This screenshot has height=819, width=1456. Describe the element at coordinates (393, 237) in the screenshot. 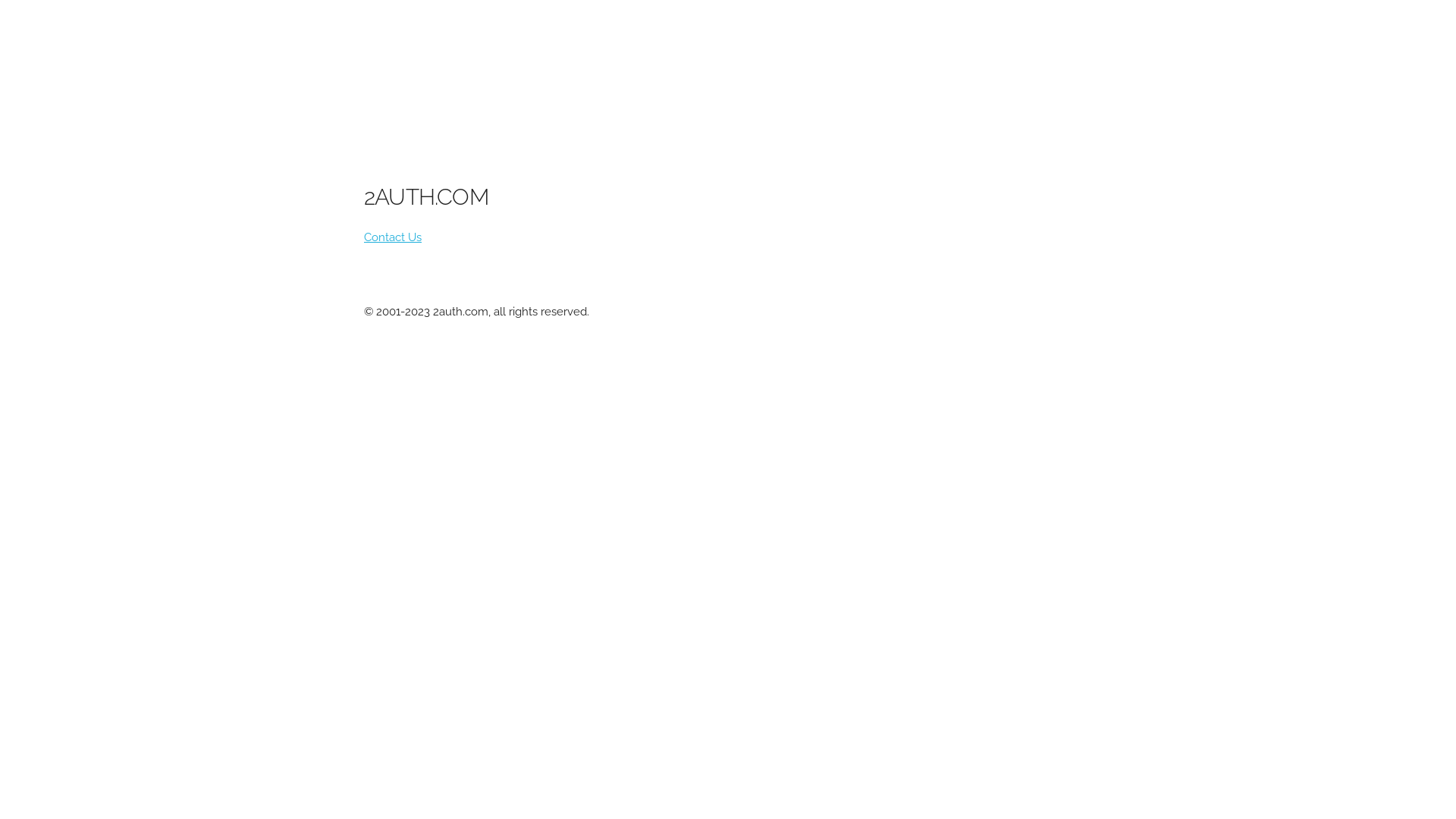

I see `'Contact Us'` at that location.